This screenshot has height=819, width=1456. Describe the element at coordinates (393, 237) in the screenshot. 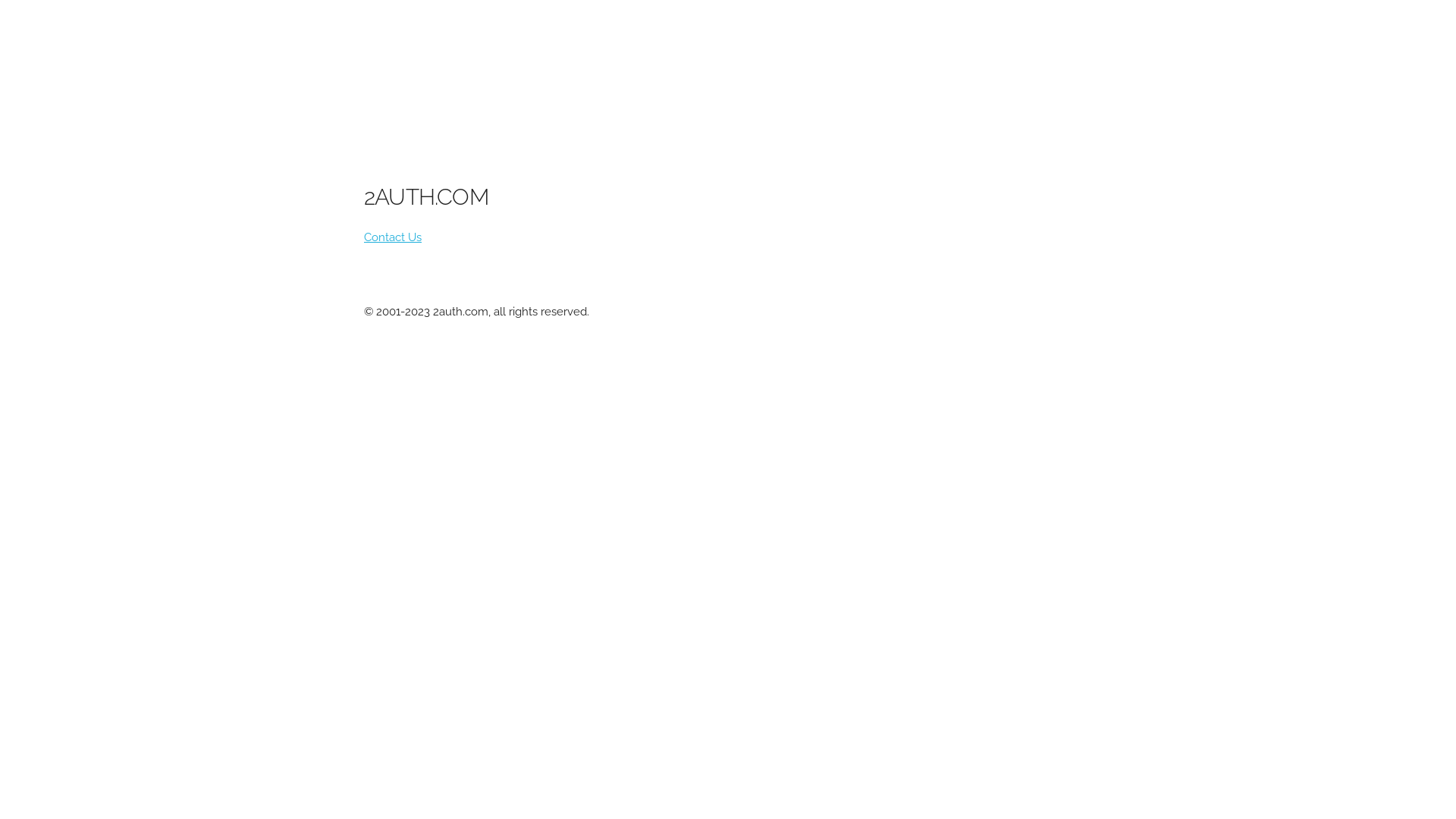

I see `'Contact Us'` at that location.